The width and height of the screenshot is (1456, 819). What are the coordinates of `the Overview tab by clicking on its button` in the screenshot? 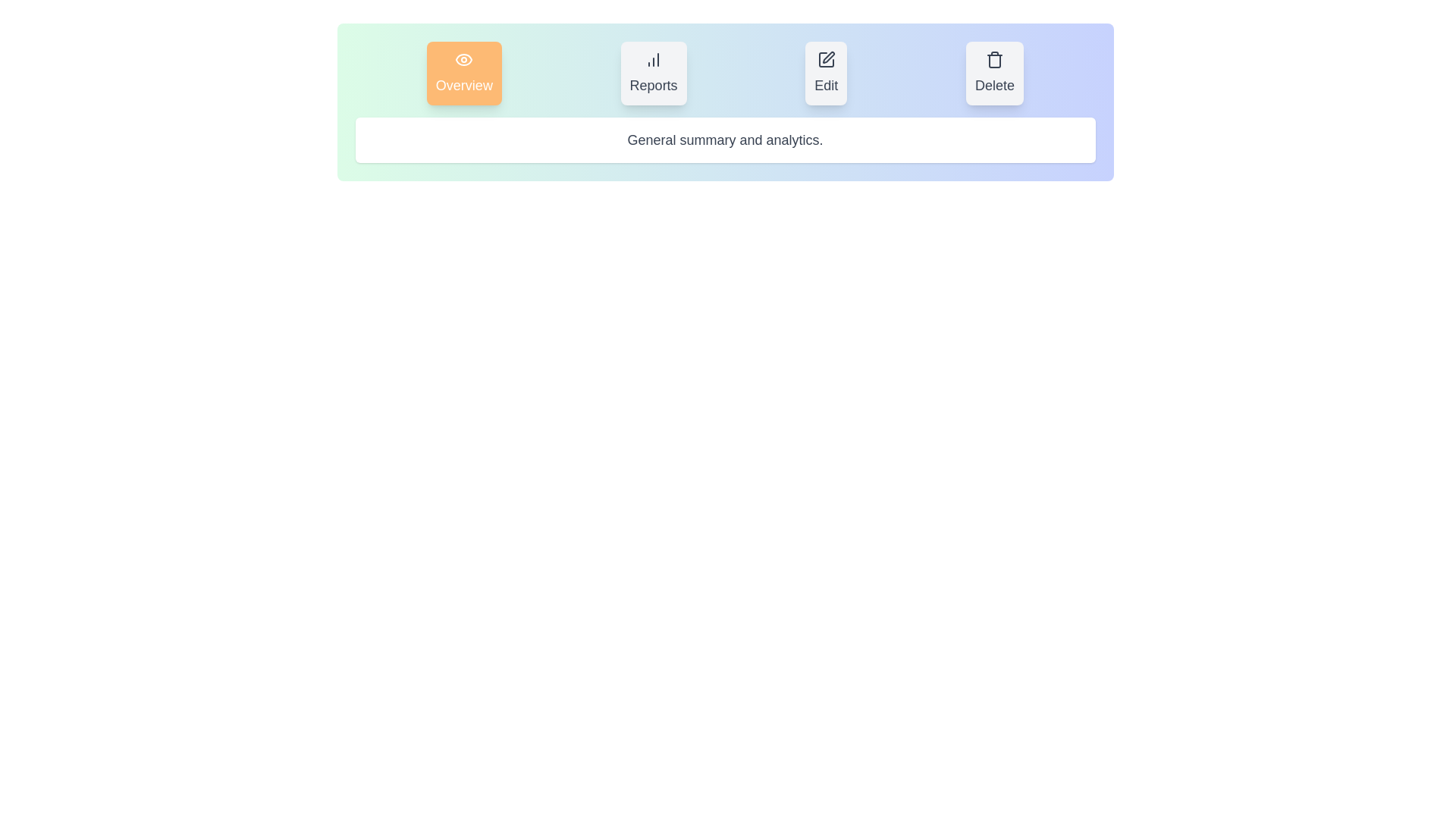 It's located at (463, 73).